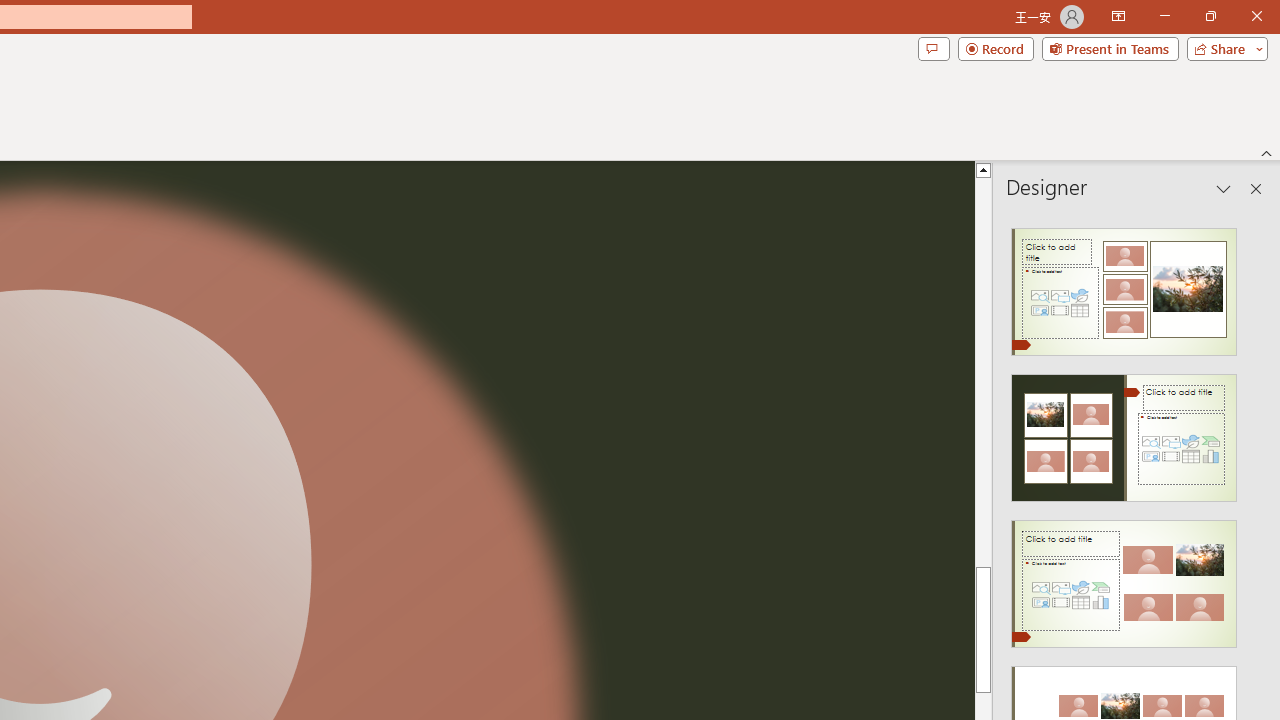 This screenshot has height=720, width=1280. What do you see at coordinates (1222, 47) in the screenshot?
I see `'Share'` at bounding box center [1222, 47].